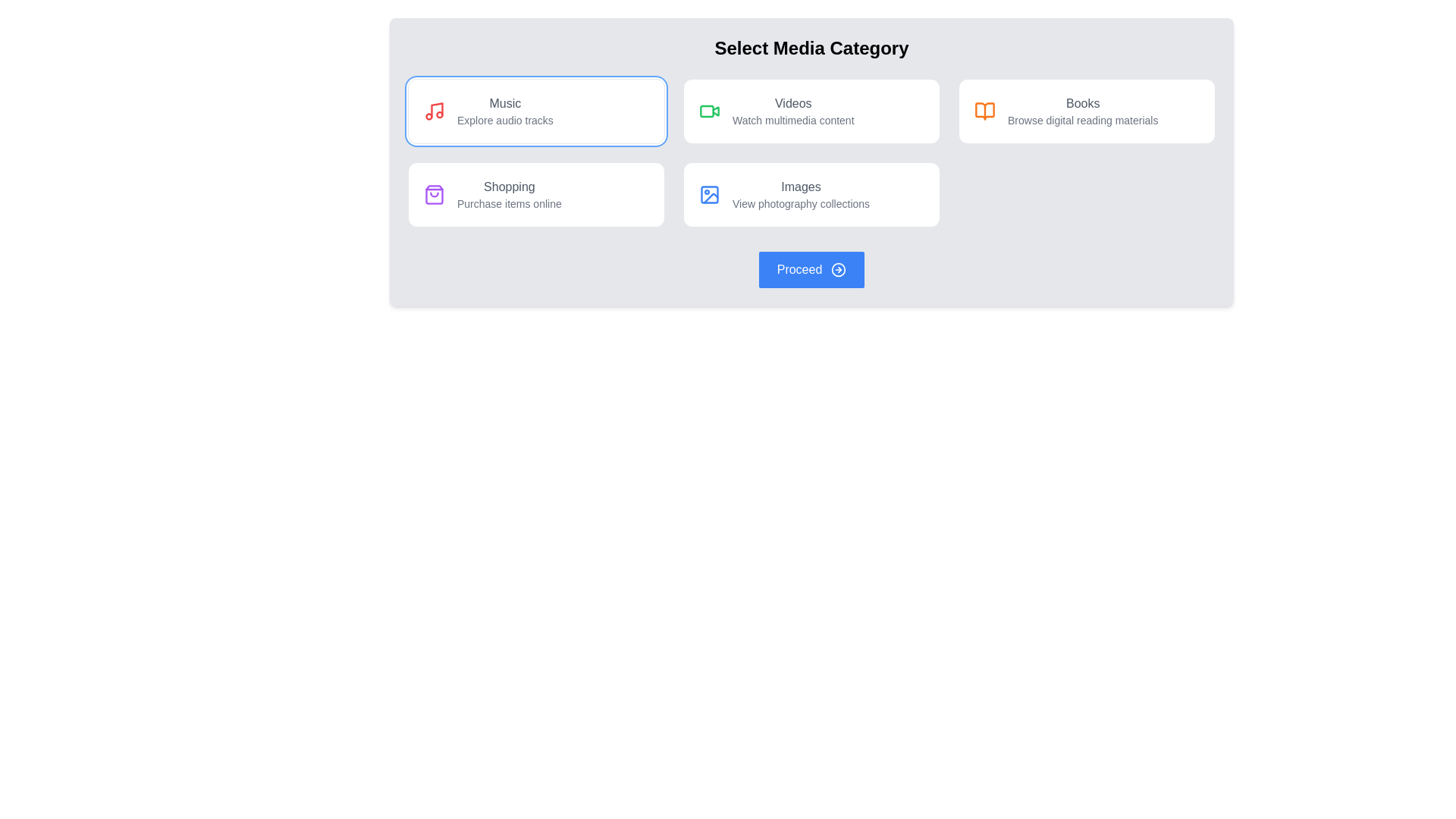  What do you see at coordinates (433, 110) in the screenshot?
I see `the 'Music' category icon located in the top-left quadrant of the media selection interface, which is inside a card labeled 'Music' with the subtext 'Explore audio tracks'` at bounding box center [433, 110].